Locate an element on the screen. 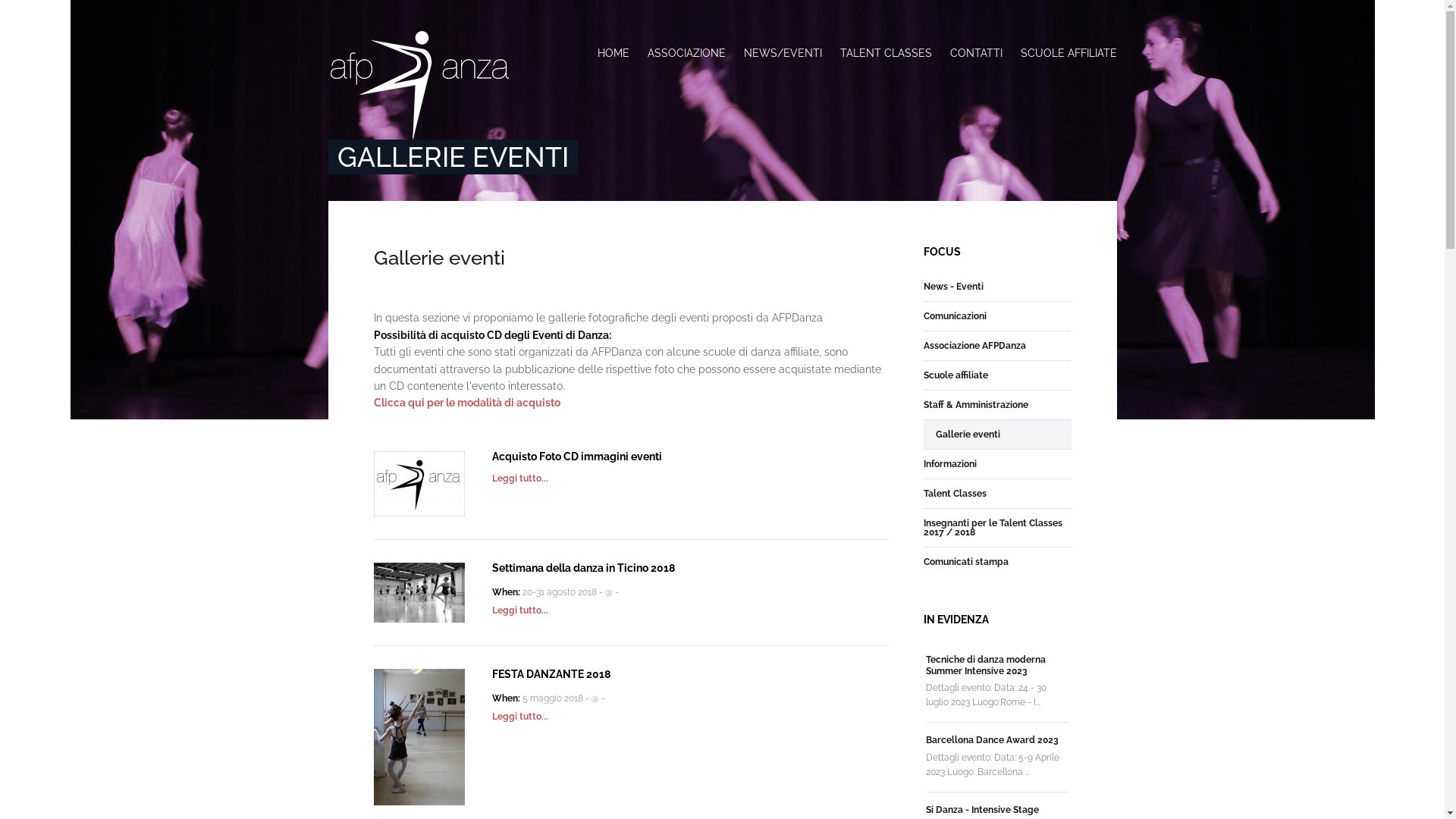  'Acquisto Foto CD immagini eventi' is located at coordinates (491, 455).